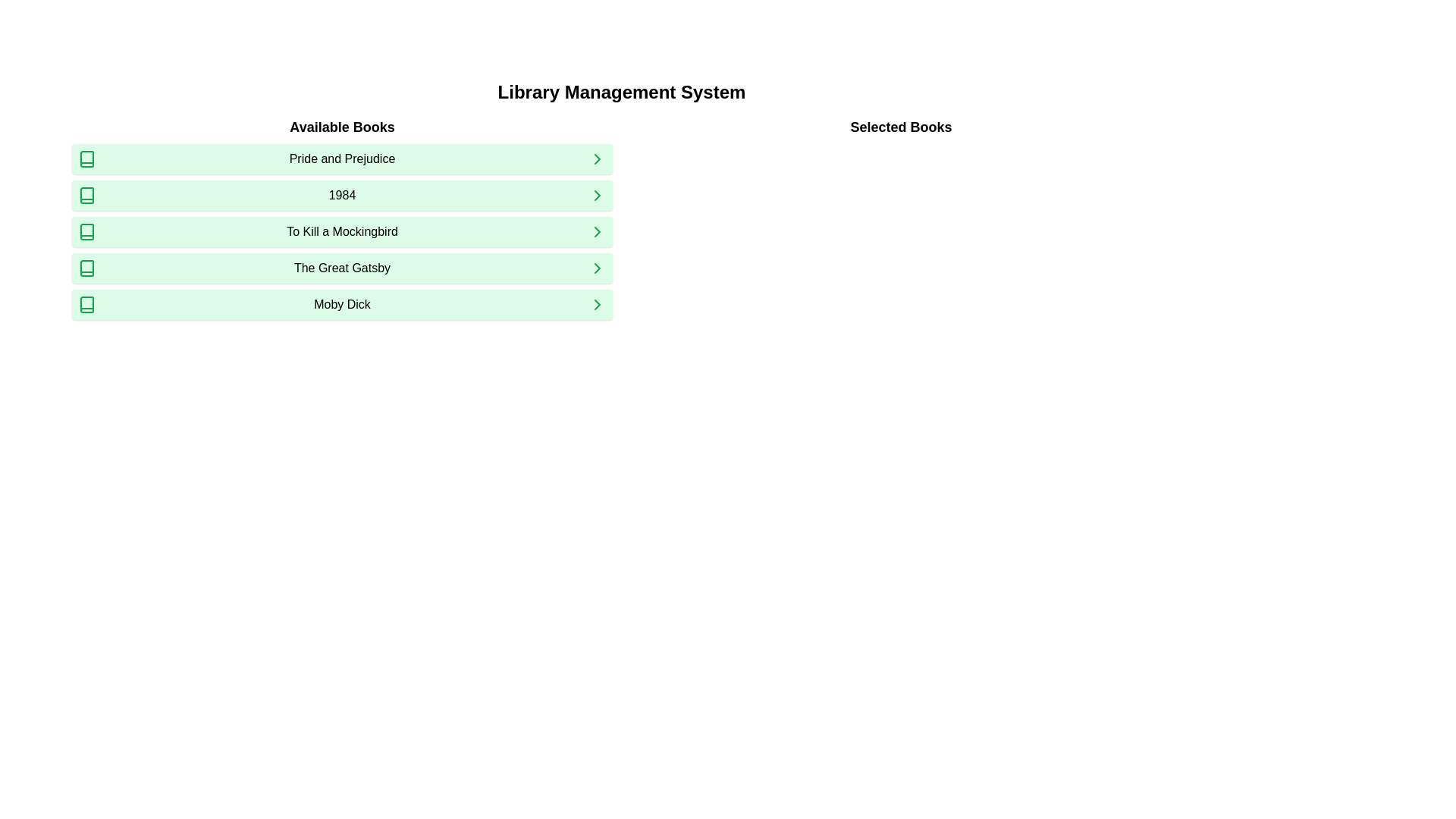  Describe the element at coordinates (596, 195) in the screenshot. I see `the Chevron icon at the right end of the row labeled '1984' in the 'Available Books' section` at that location.